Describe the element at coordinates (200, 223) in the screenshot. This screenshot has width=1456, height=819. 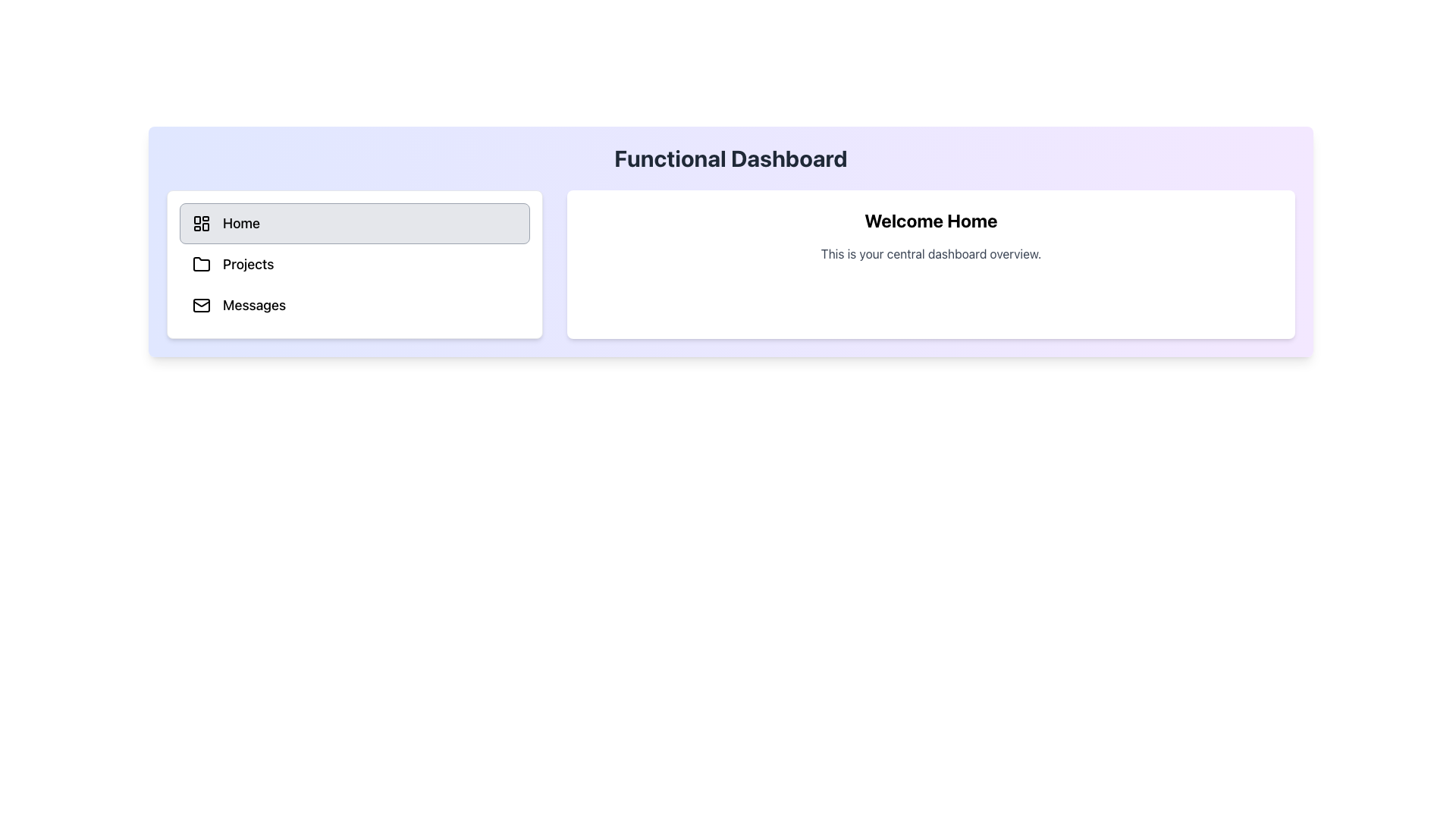
I see `the dashboard layout icon located to the left of the 'Home' label within the 'Home' button element` at that location.